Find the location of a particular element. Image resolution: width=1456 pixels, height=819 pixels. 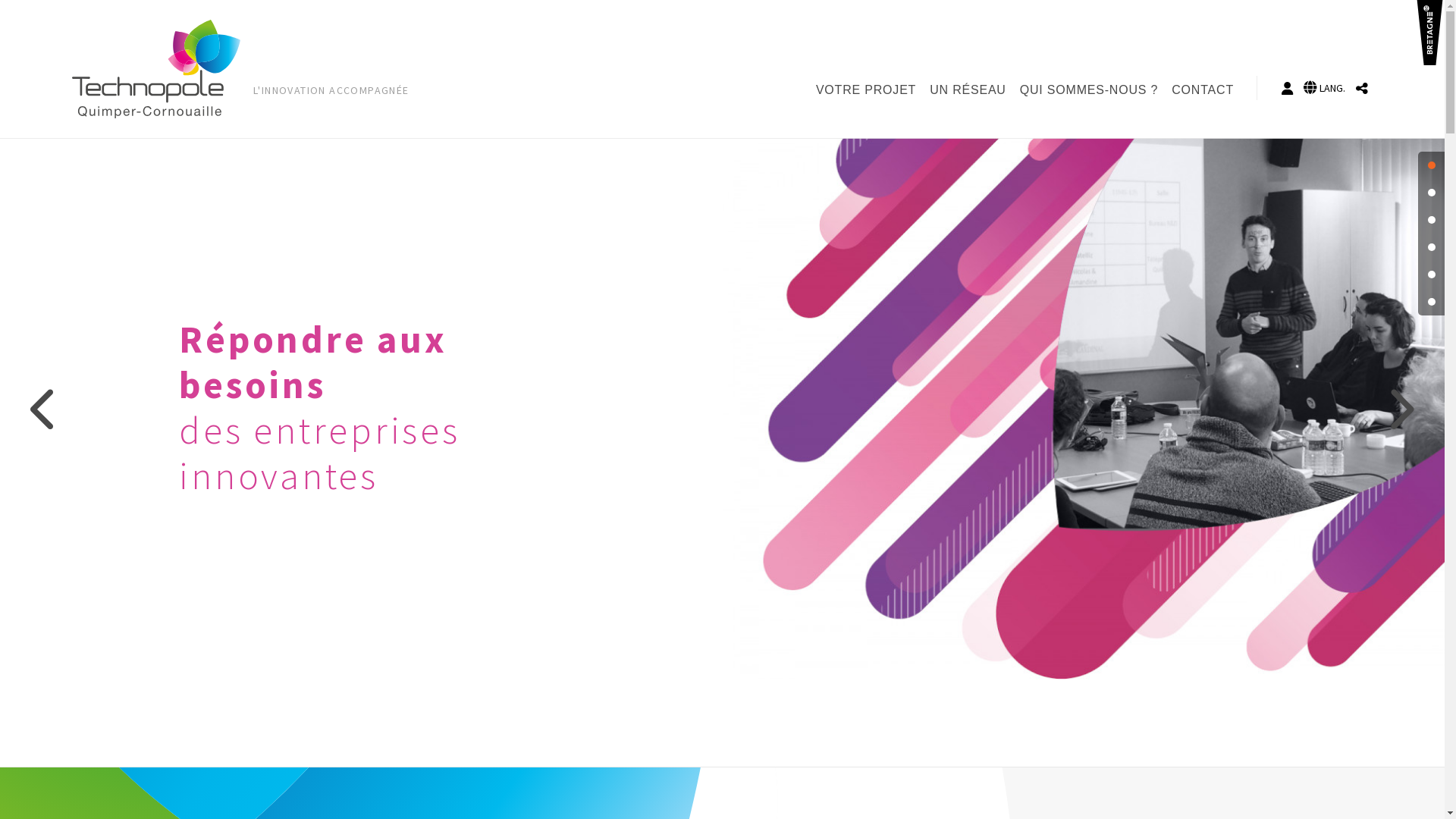

'VOTRE PROJET' is located at coordinates (869, 90).